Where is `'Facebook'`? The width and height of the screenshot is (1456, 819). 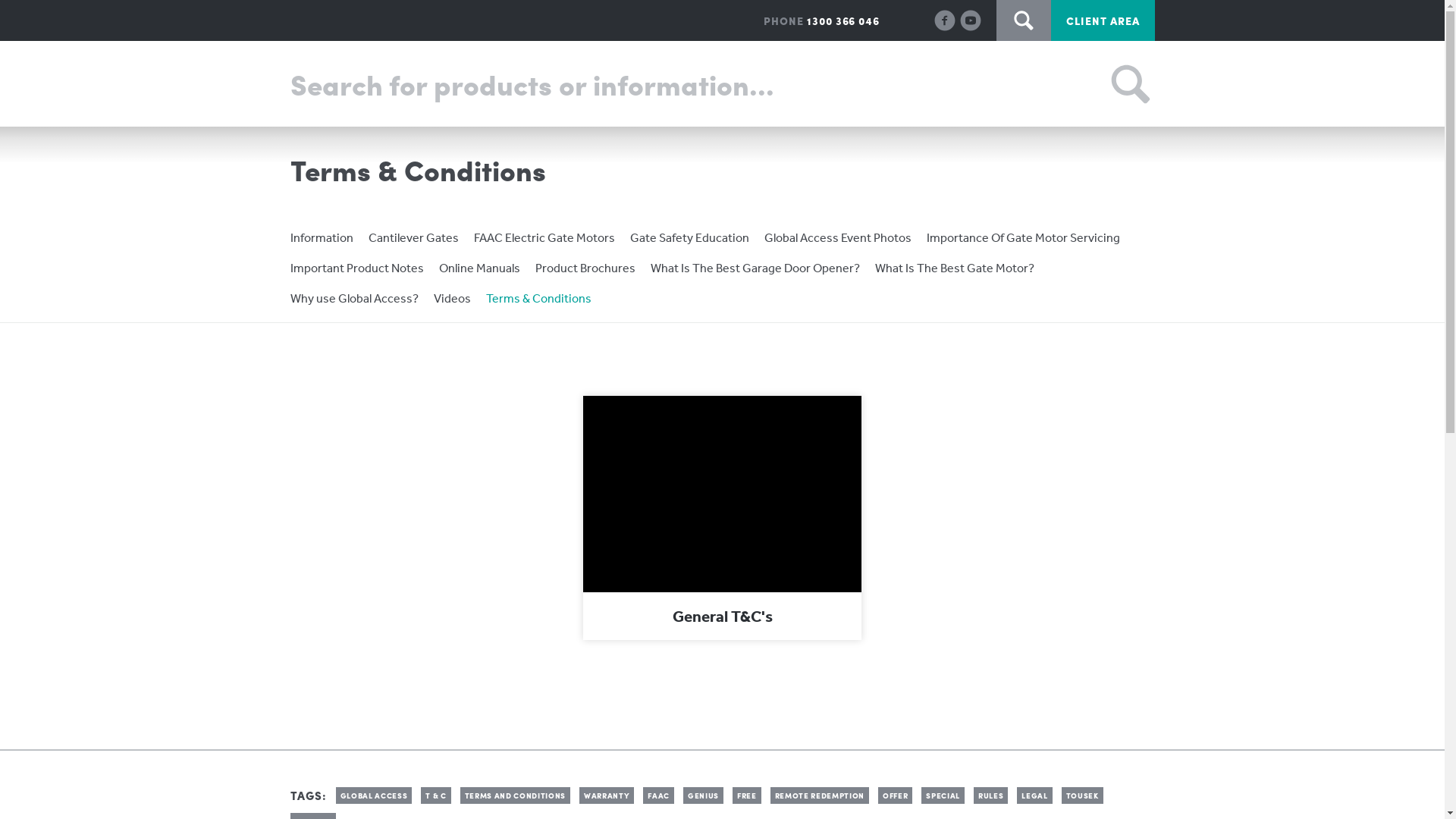 'Facebook' is located at coordinates (944, 18).